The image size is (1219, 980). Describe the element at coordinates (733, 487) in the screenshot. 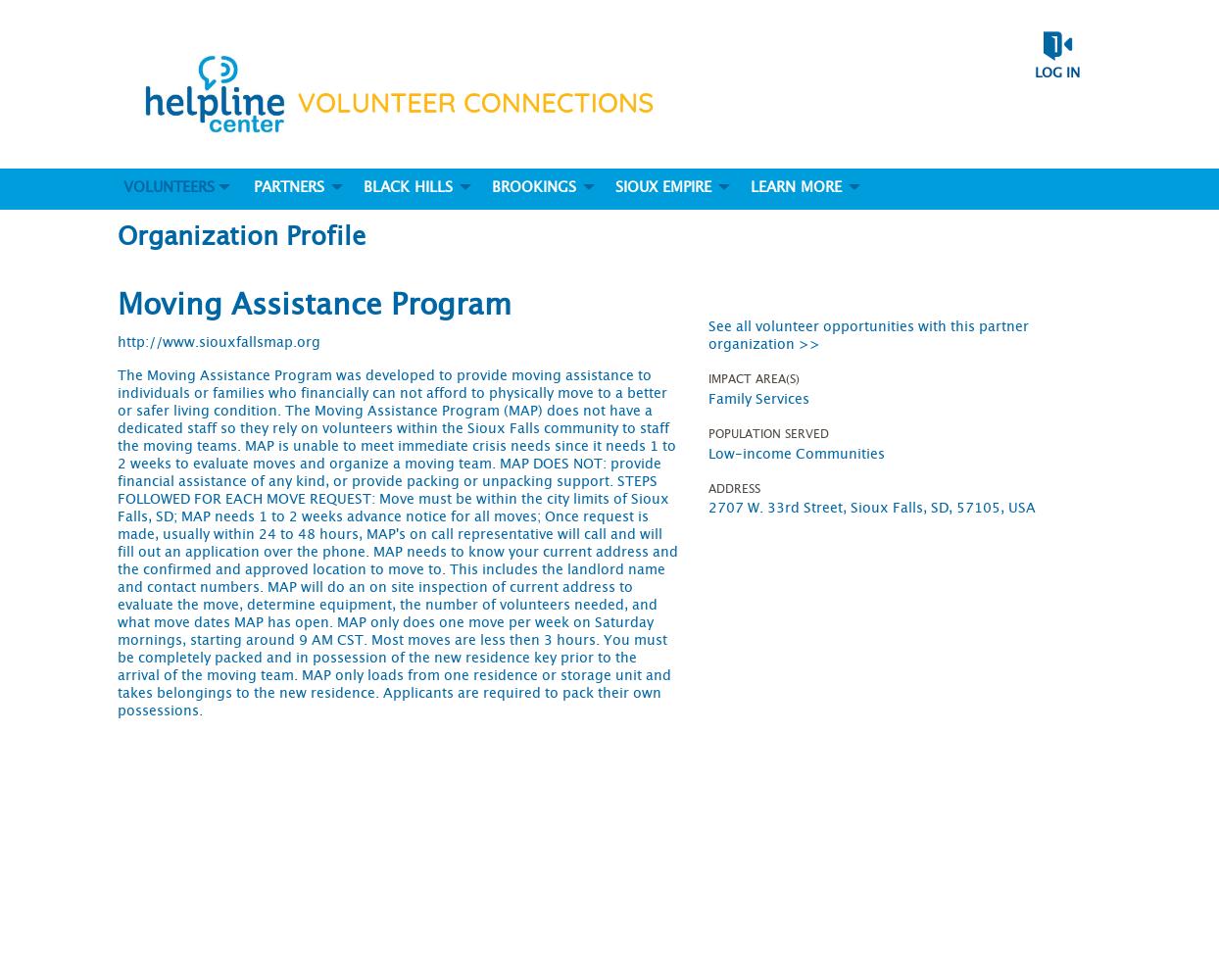

I see `'Address'` at that location.